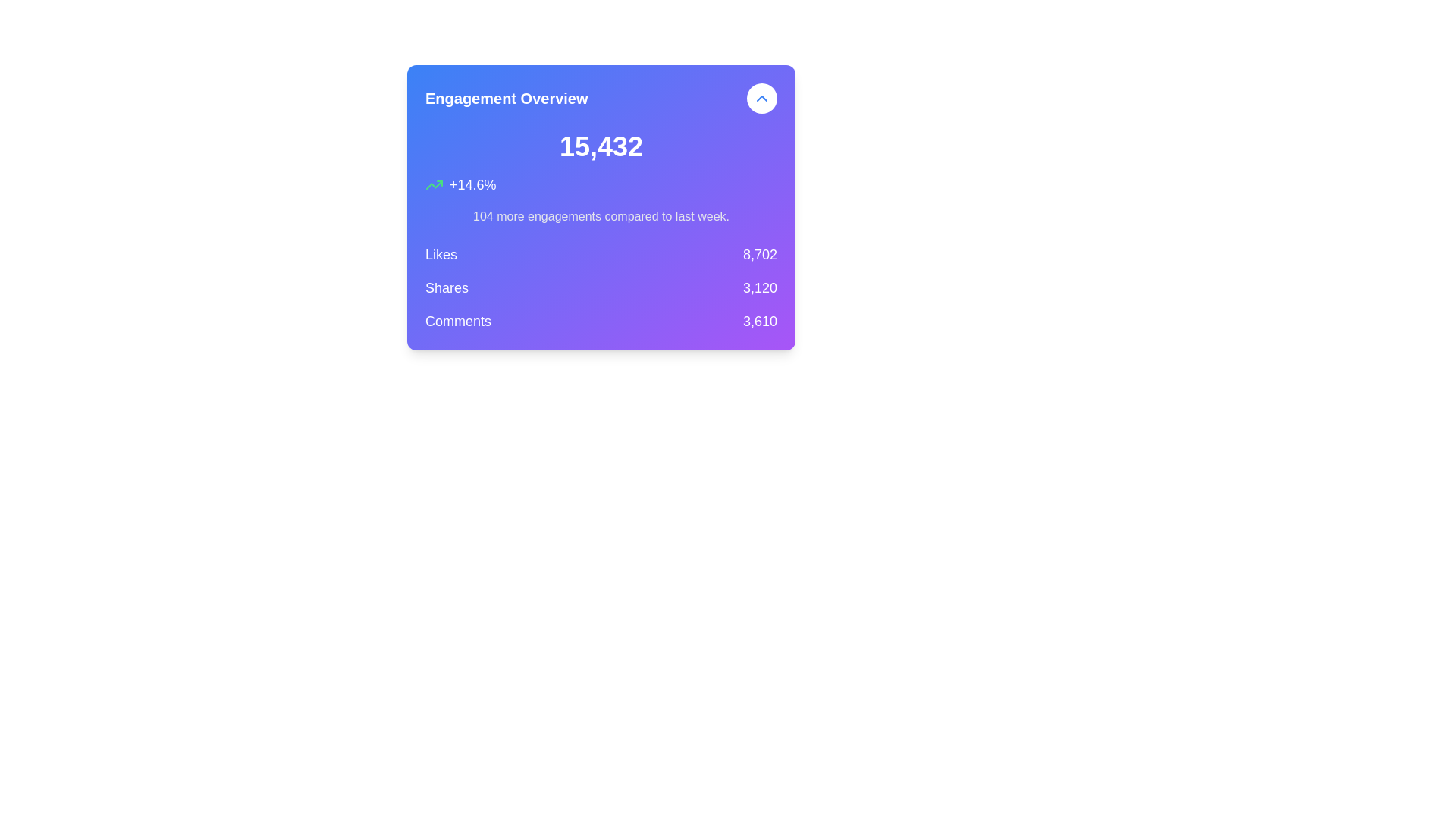 The height and width of the screenshot is (819, 1456). What do you see at coordinates (600, 216) in the screenshot?
I see `textual information displayed in the text label that states '104 more engagements compared to last week.' This label is styled with light gray color and is located within the 'Engagement Overview' card, positioned between a percentage change indicator and a list of metrics` at bounding box center [600, 216].